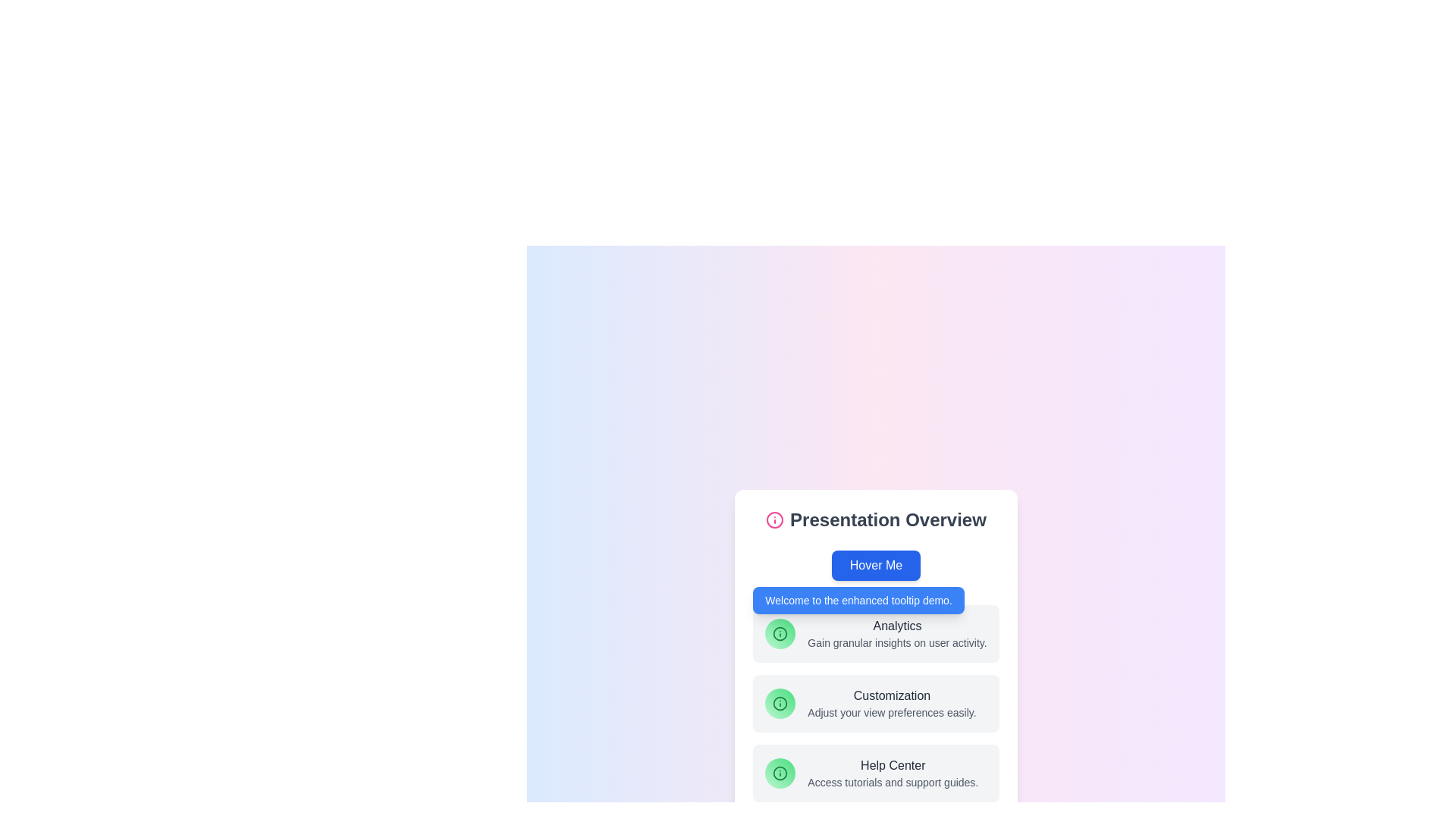 The width and height of the screenshot is (1456, 819). Describe the element at coordinates (892, 713) in the screenshot. I see `the additional information text element located below the 'Customization' header in the customization section, which is the second descriptive text in the vertical list of features` at that location.